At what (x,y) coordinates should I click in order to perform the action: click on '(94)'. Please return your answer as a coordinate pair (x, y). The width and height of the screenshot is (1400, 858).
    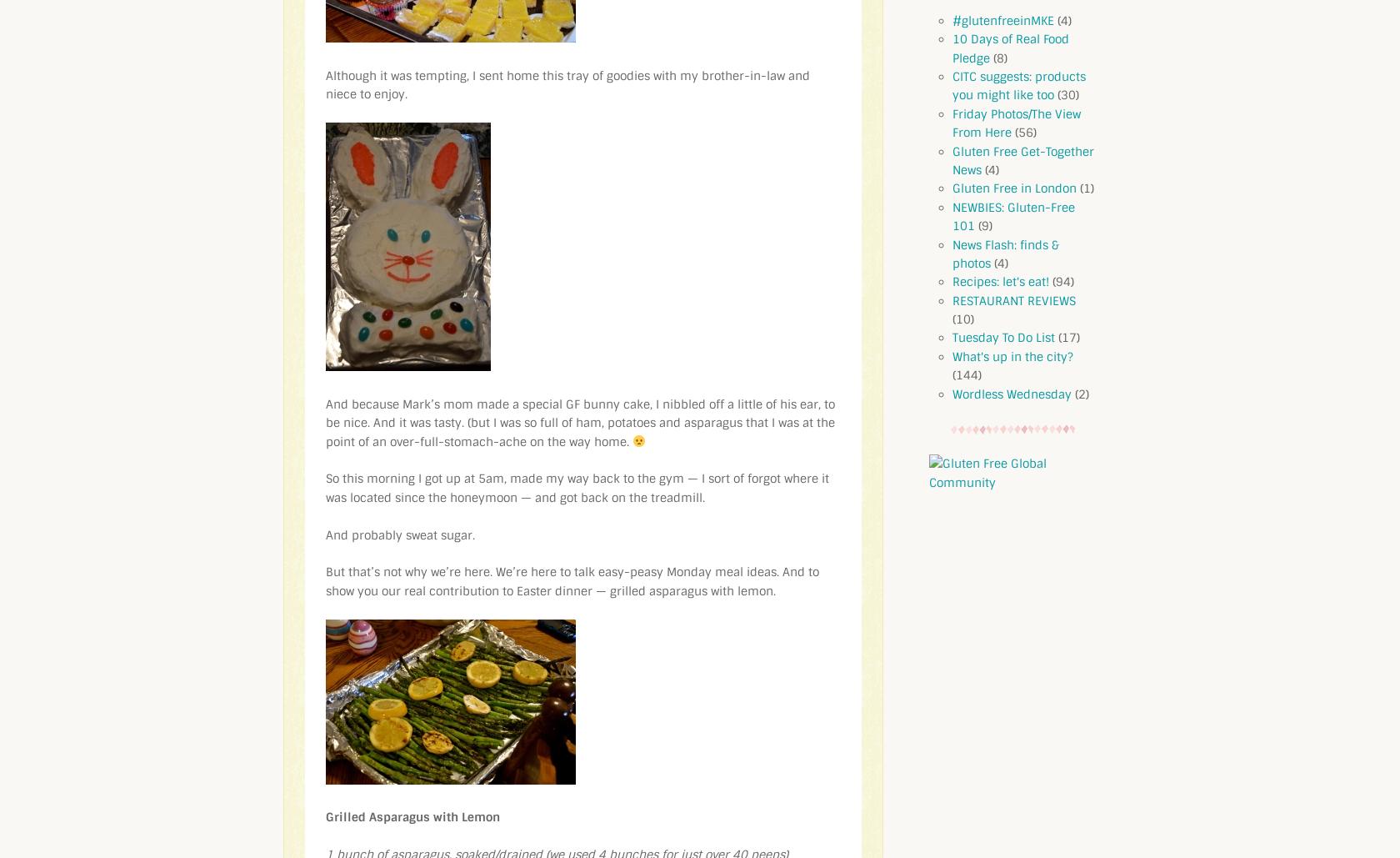
    Looking at the image, I should click on (1048, 282).